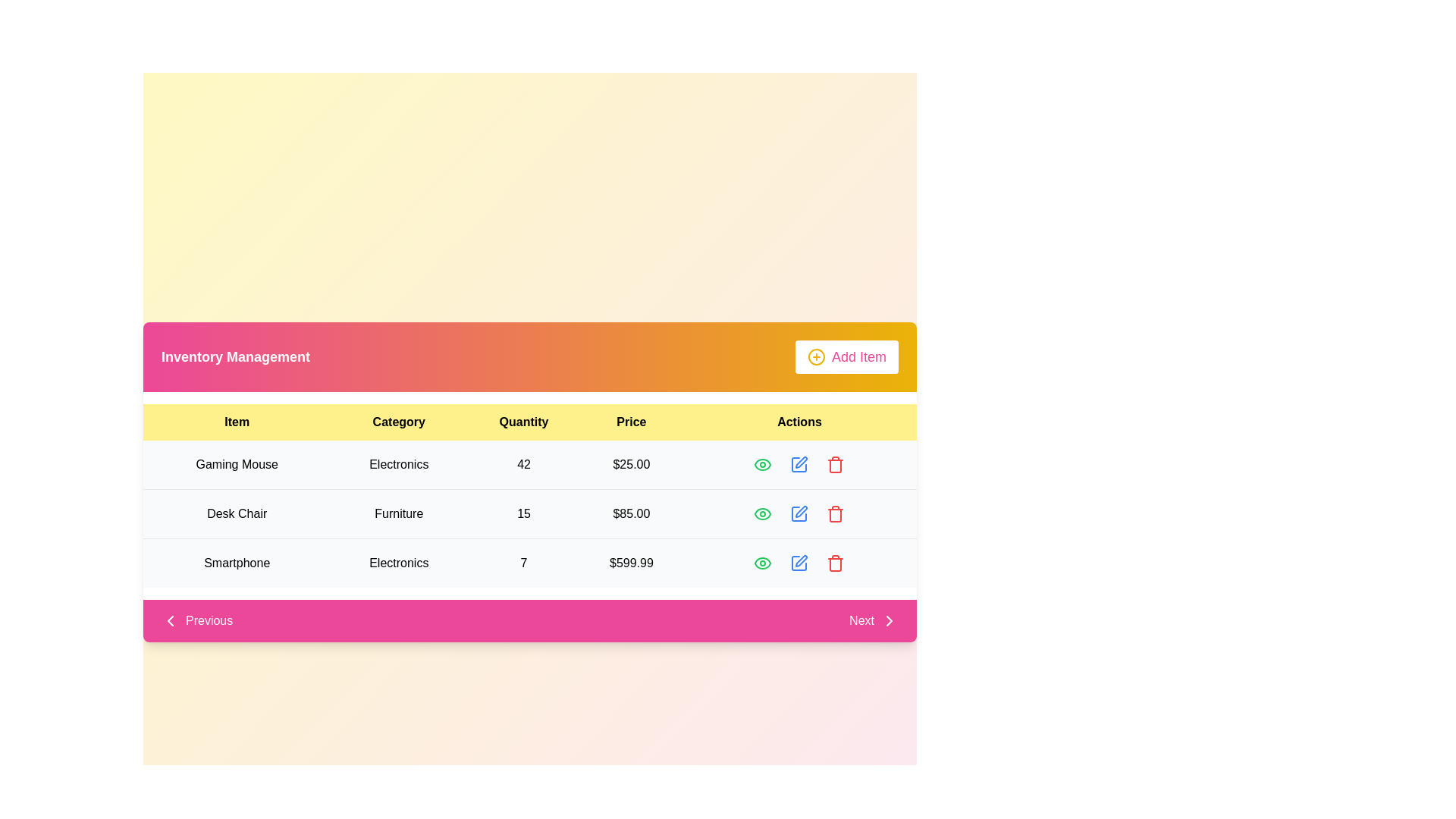 The width and height of the screenshot is (1456, 819). What do you see at coordinates (236, 513) in the screenshot?
I see `the text label displaying the product name 'Desk Chair'` at bounding box center [236, 513].